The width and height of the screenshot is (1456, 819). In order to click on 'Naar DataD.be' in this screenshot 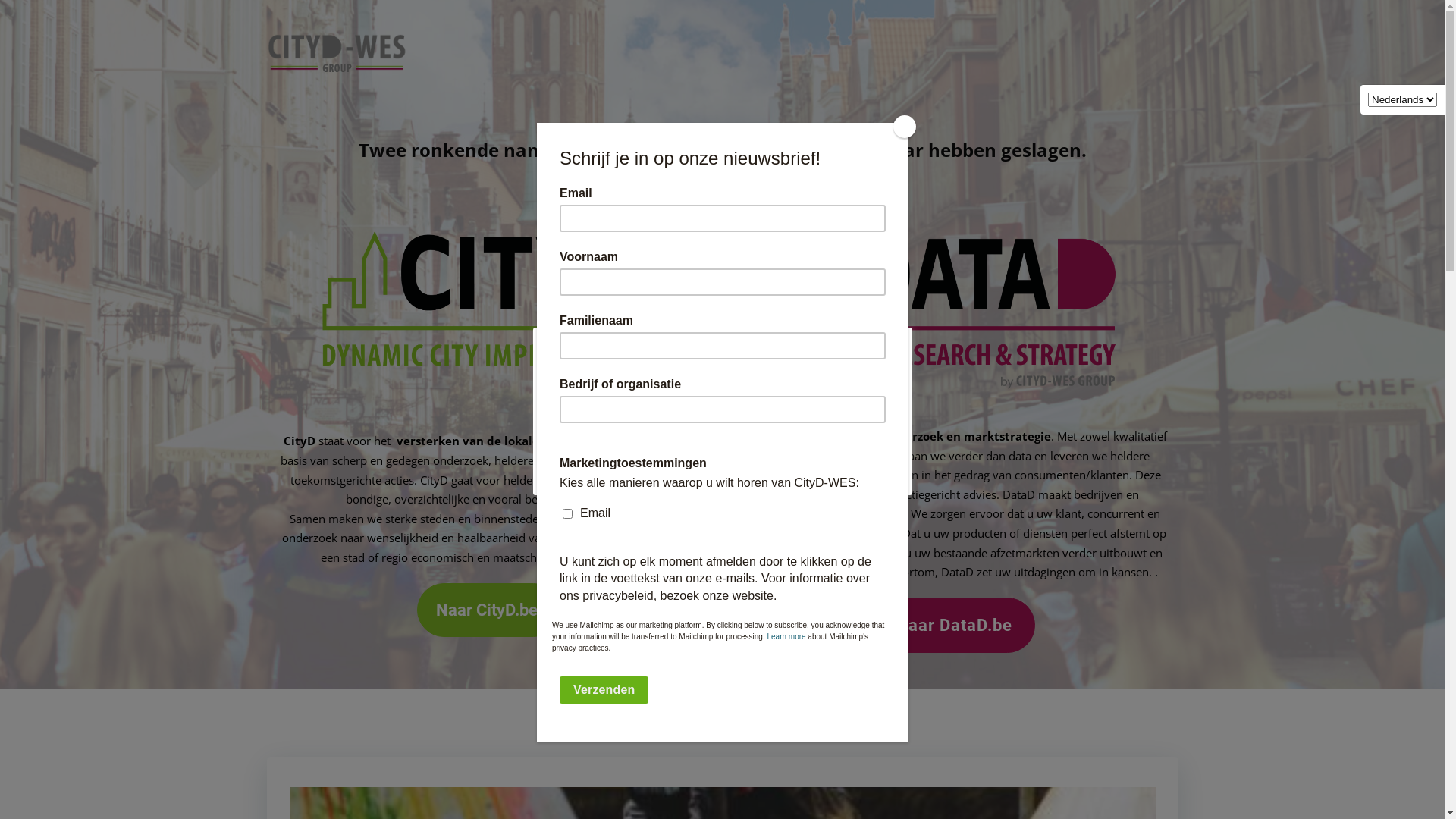, I will do `click(955, 625)`.